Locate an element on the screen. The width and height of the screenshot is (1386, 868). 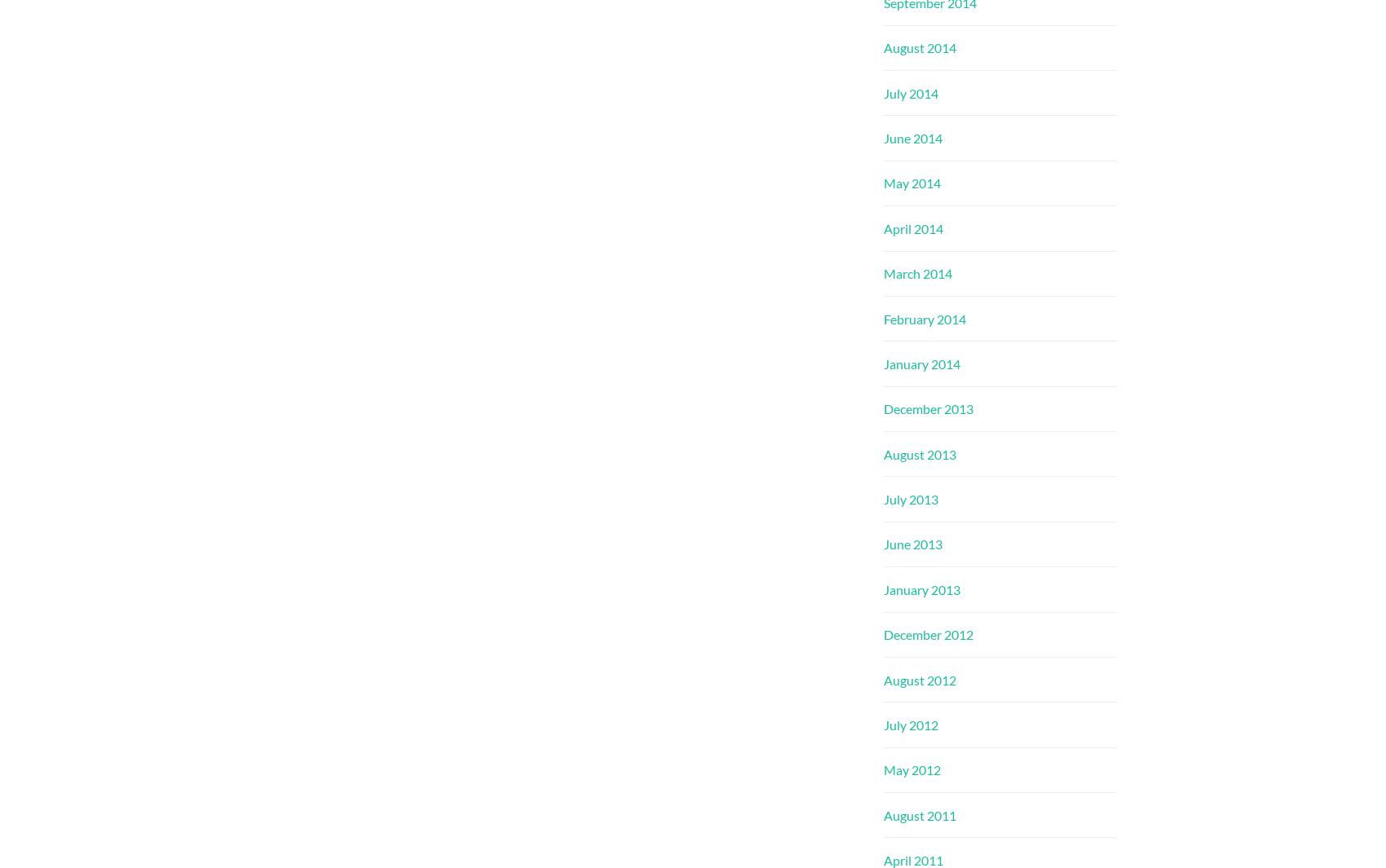
'June 2013' is located at coordinates (883, 544).